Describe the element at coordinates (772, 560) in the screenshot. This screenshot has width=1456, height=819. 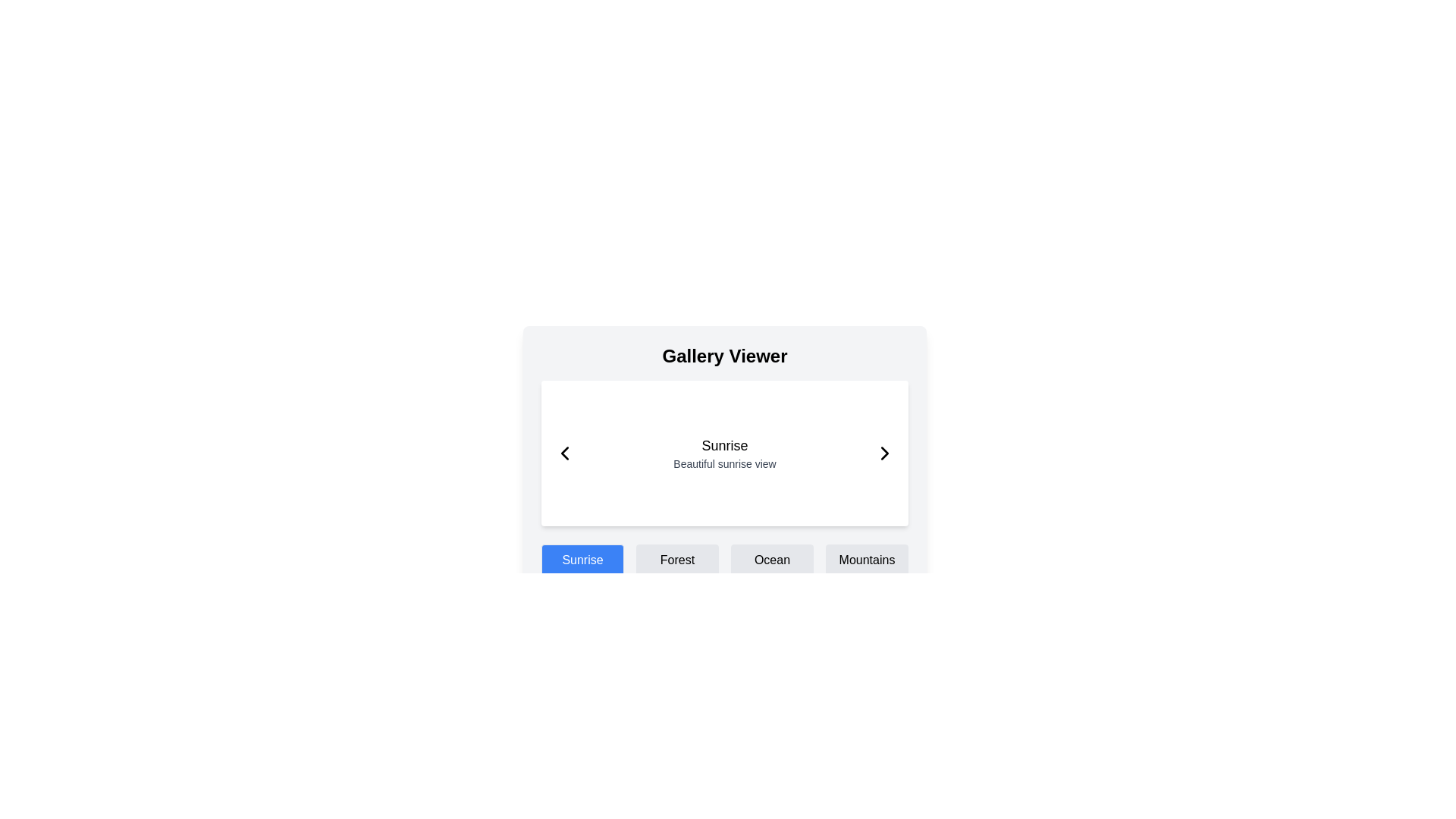
I see `the 'Ocean' button located in the gallery viewer interface, which is the third button in a horizontal row of four, situated between the 'Forest' and 'Mountains' buttons` at that location.